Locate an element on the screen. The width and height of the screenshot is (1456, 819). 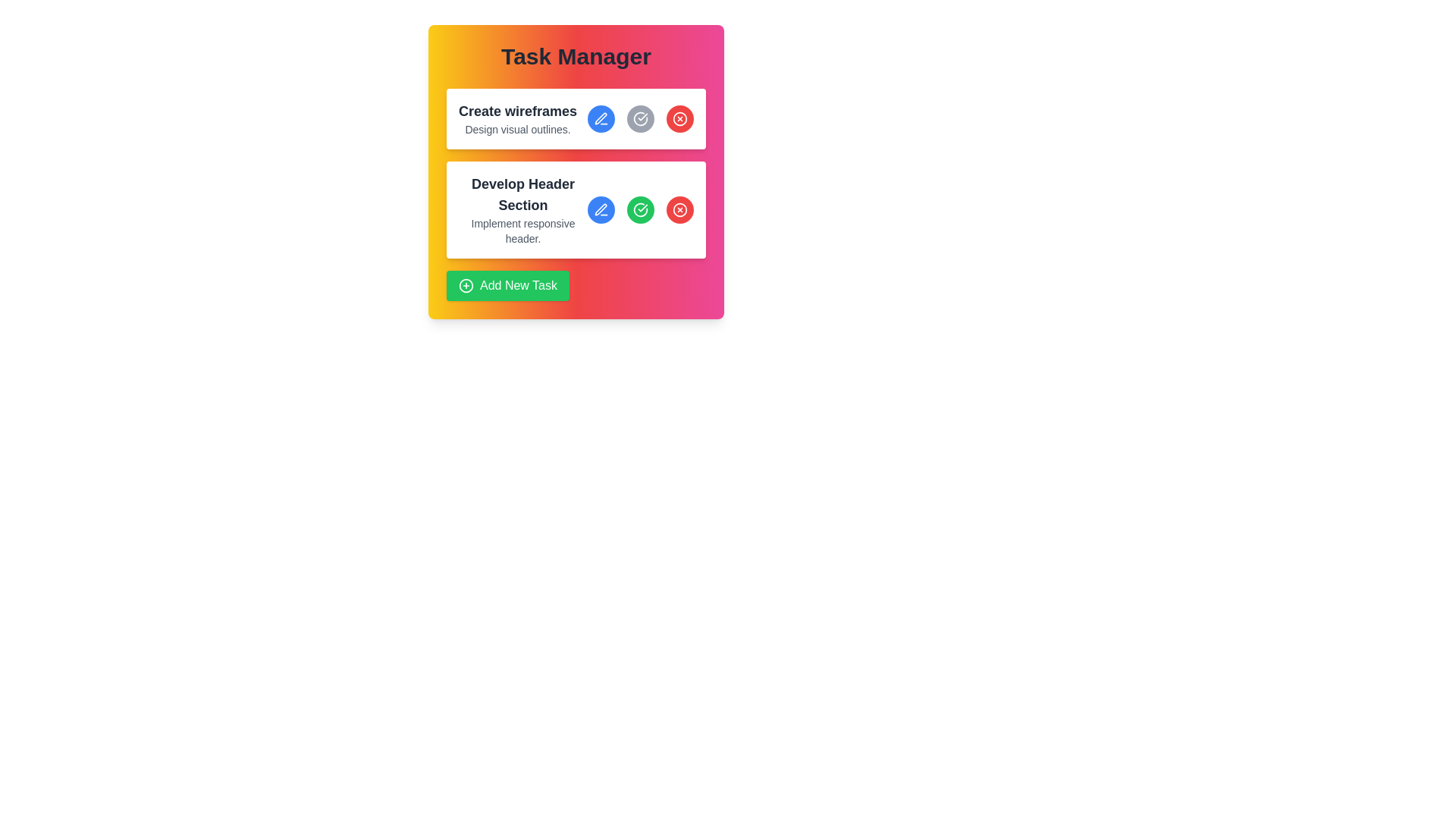
the central circular shape in the 'Add New Task' button located at the bottom of the 'Task Manager' section is located at coordinates (465, 286).